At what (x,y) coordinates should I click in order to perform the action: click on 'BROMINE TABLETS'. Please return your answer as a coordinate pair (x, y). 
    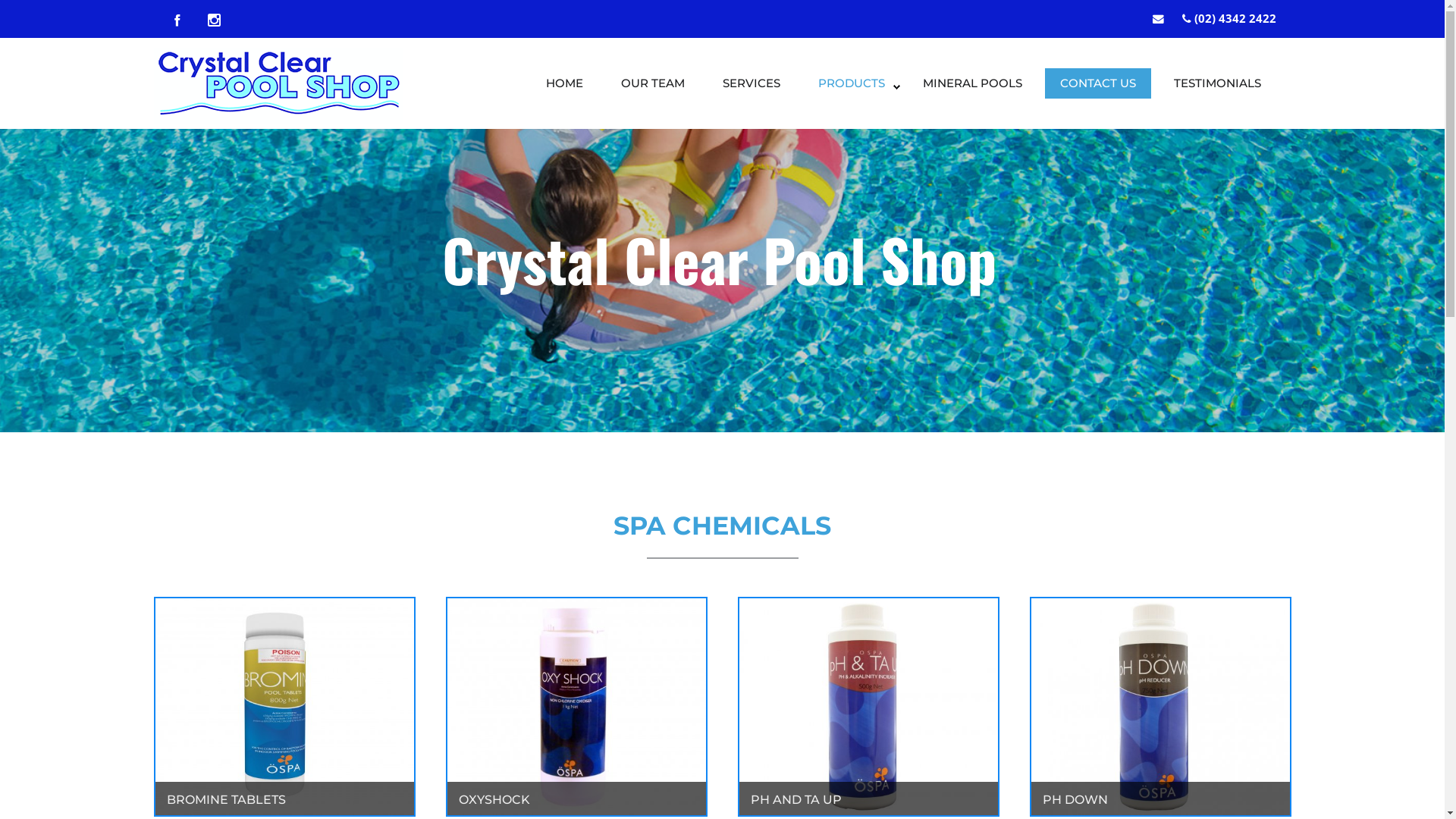
    Looking at the image, I should click on (167, 799).